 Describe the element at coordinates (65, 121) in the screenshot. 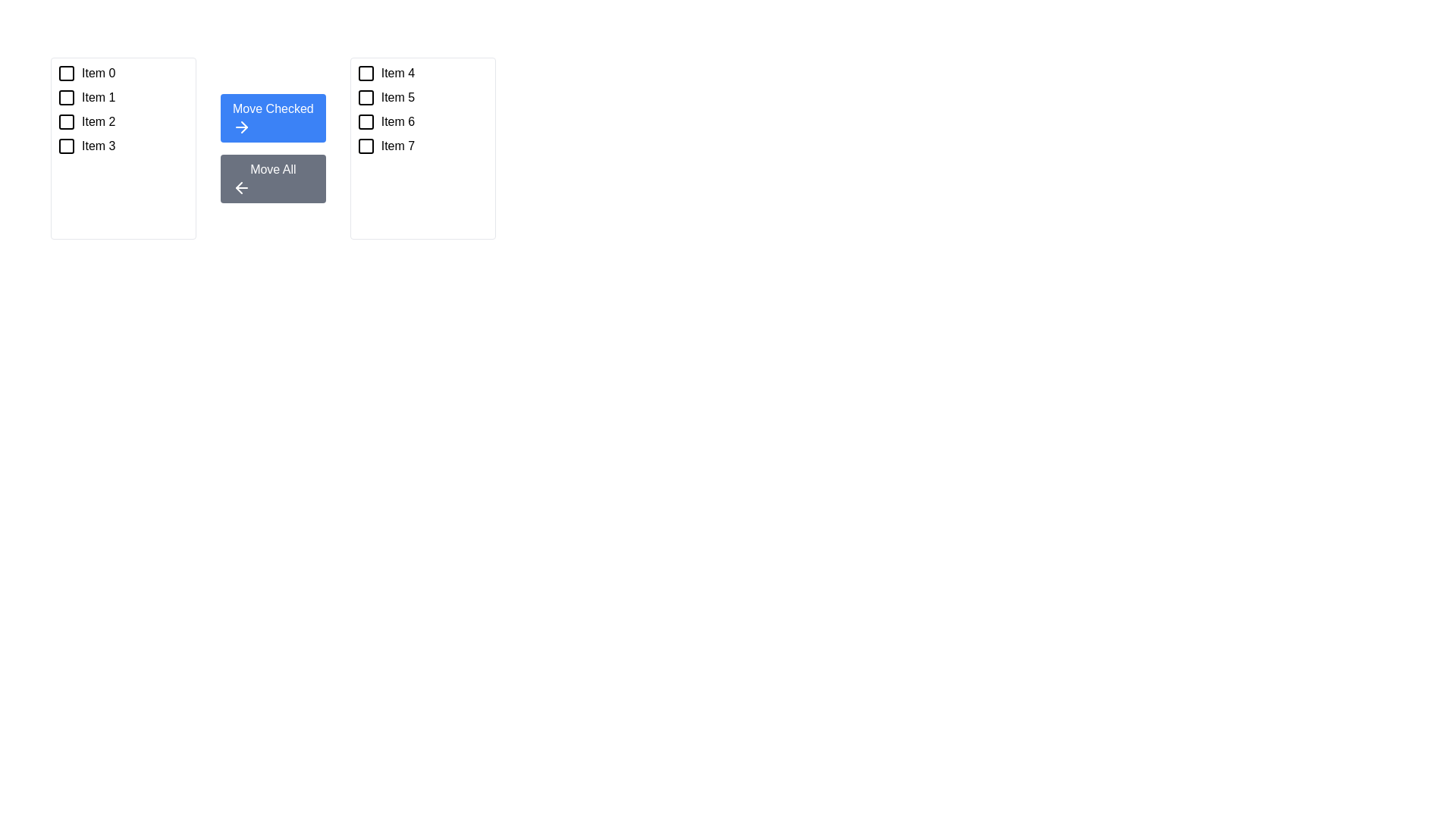

I see `the checkbox located to the left of the text 'Item 2', which is styled as an outlined box with a thin black border` at that location.